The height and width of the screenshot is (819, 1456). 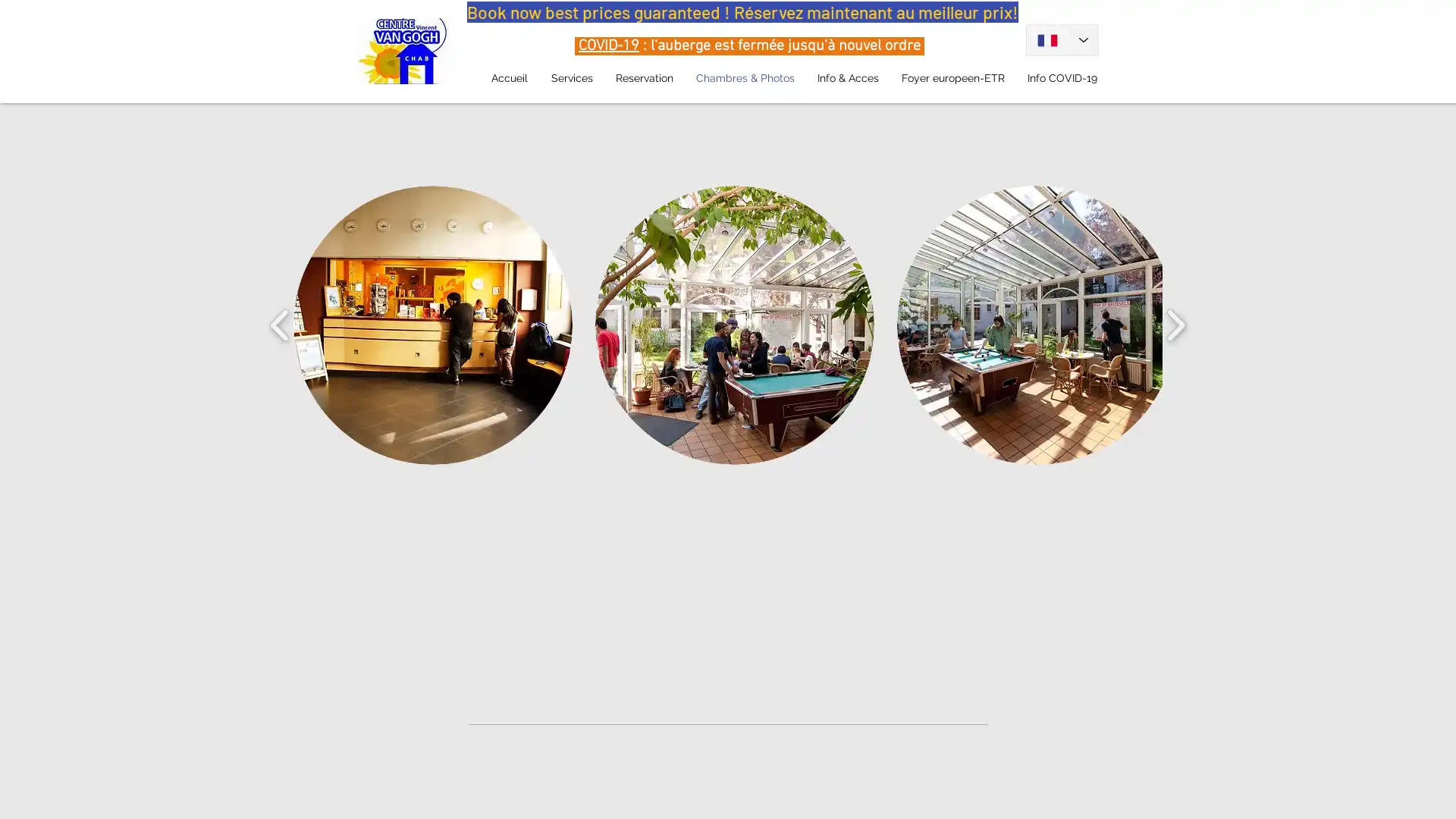 I want to click on play forward, so click(x=1175, y=324).